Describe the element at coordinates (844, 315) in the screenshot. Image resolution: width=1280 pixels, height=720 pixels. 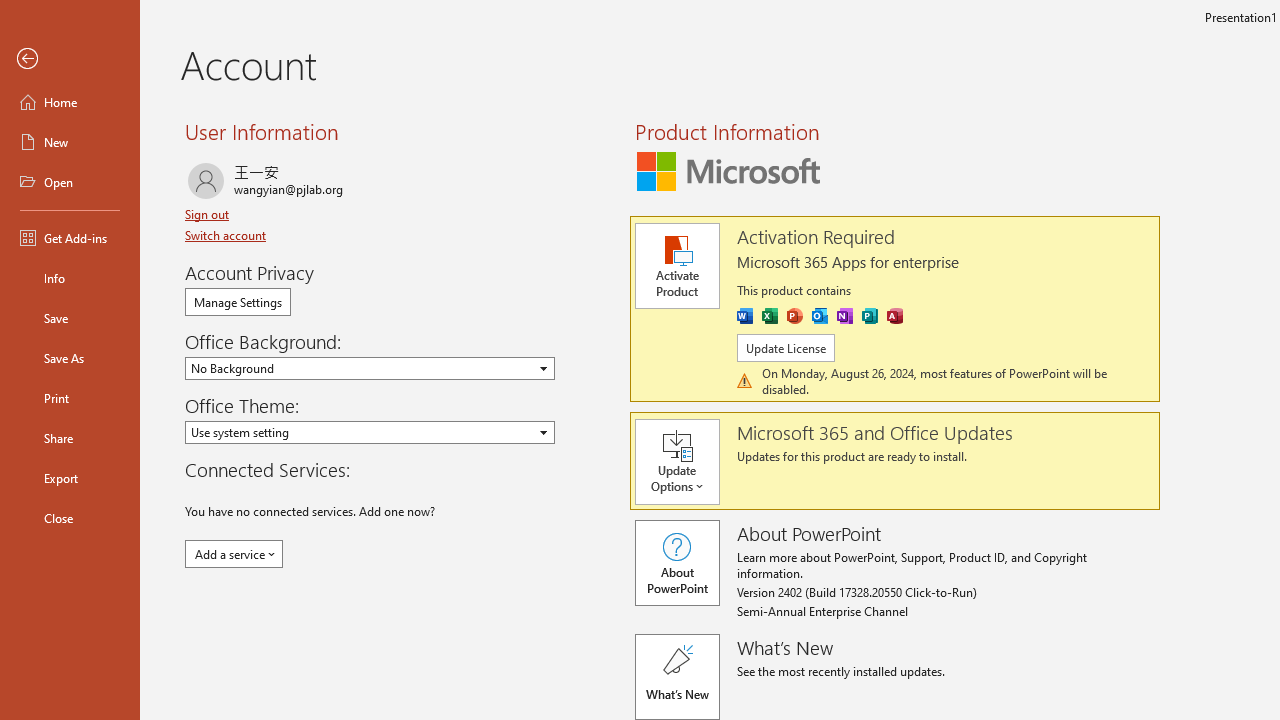
I see `'OneNote'` at that location.